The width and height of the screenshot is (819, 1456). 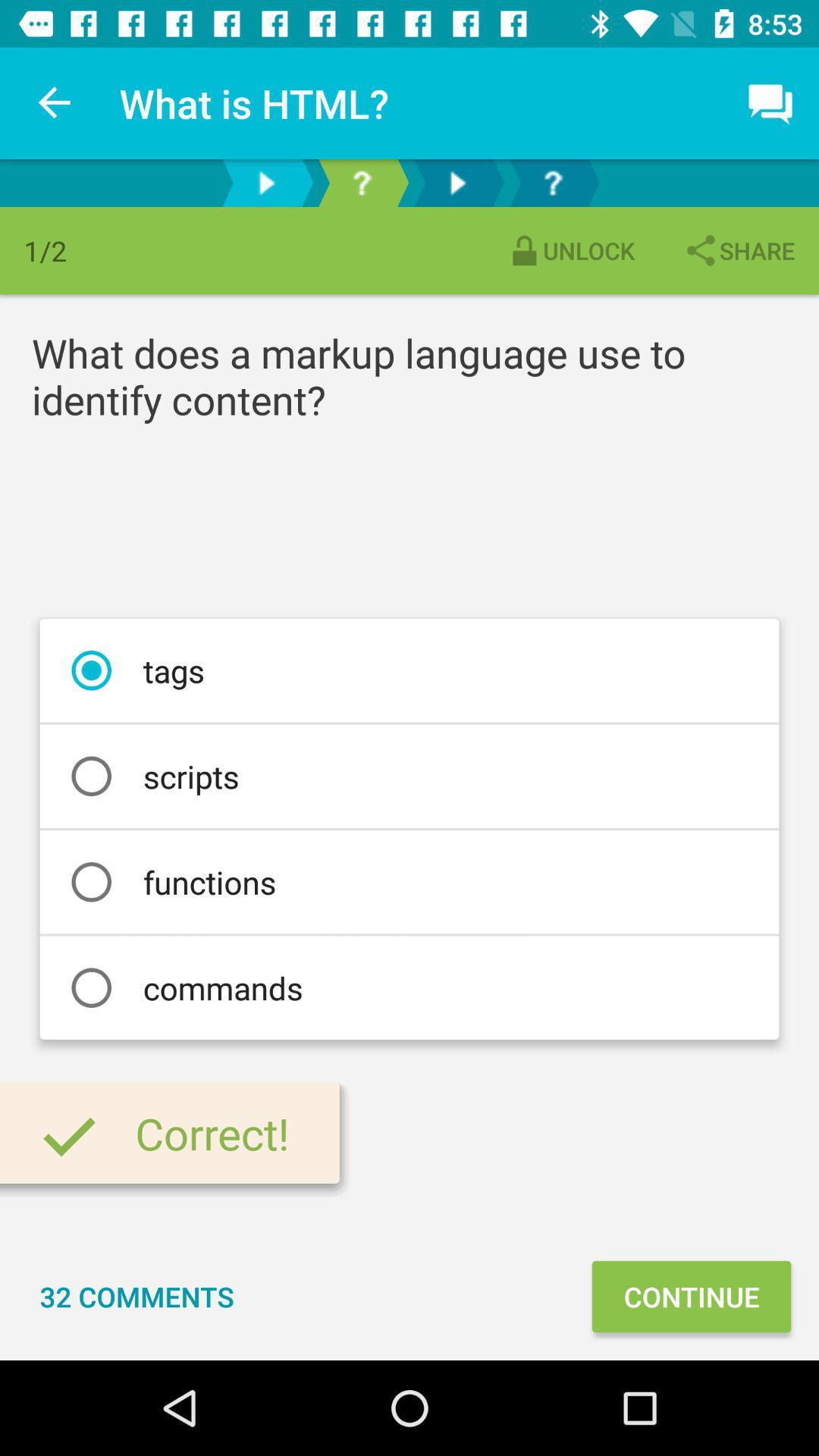 What do you see at coordinates (136, 1295) in the screenshot?
I see `32 comments` at bounding box center [136, 1295].